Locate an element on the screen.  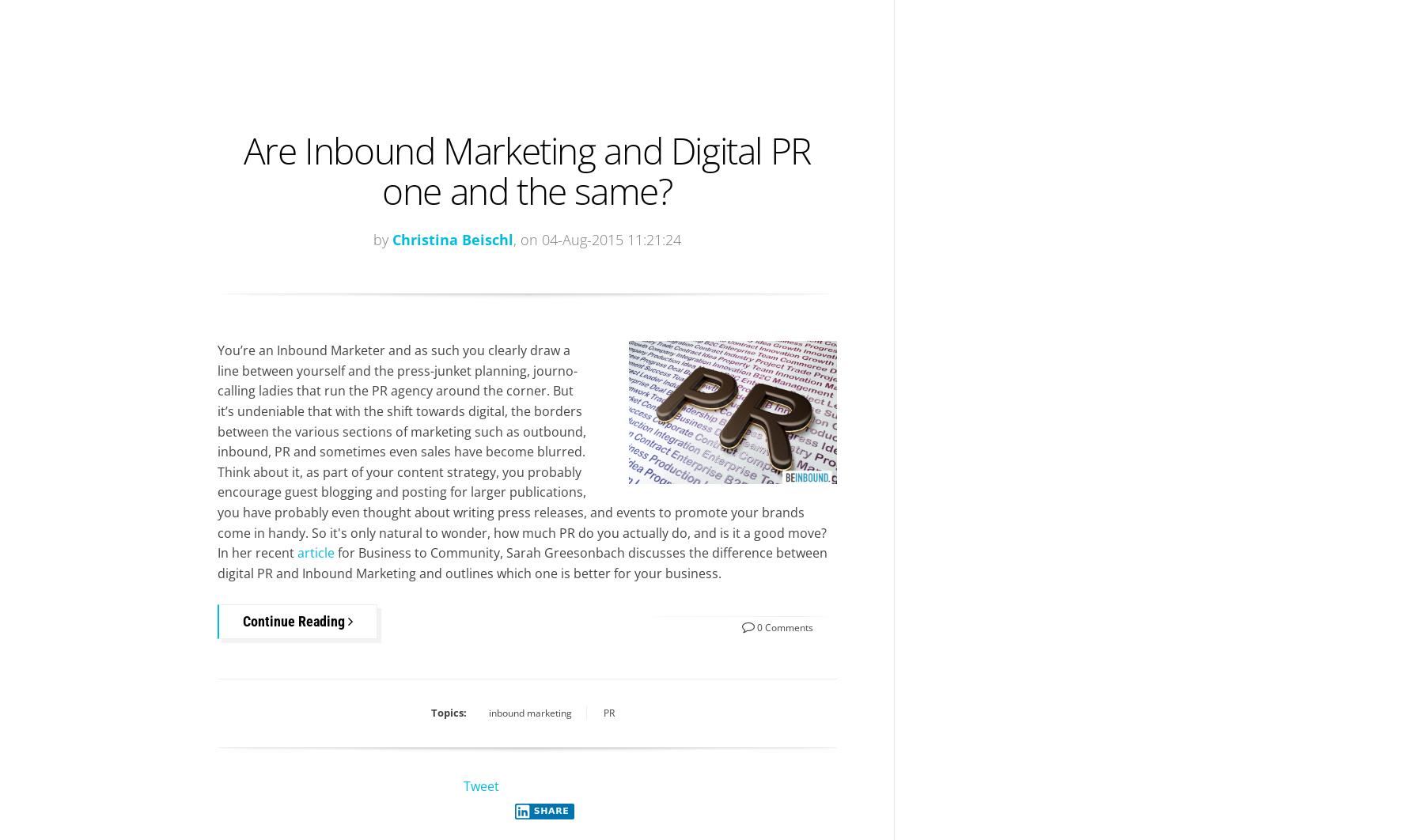
'Tweet' is located at coordinates (481, 784).